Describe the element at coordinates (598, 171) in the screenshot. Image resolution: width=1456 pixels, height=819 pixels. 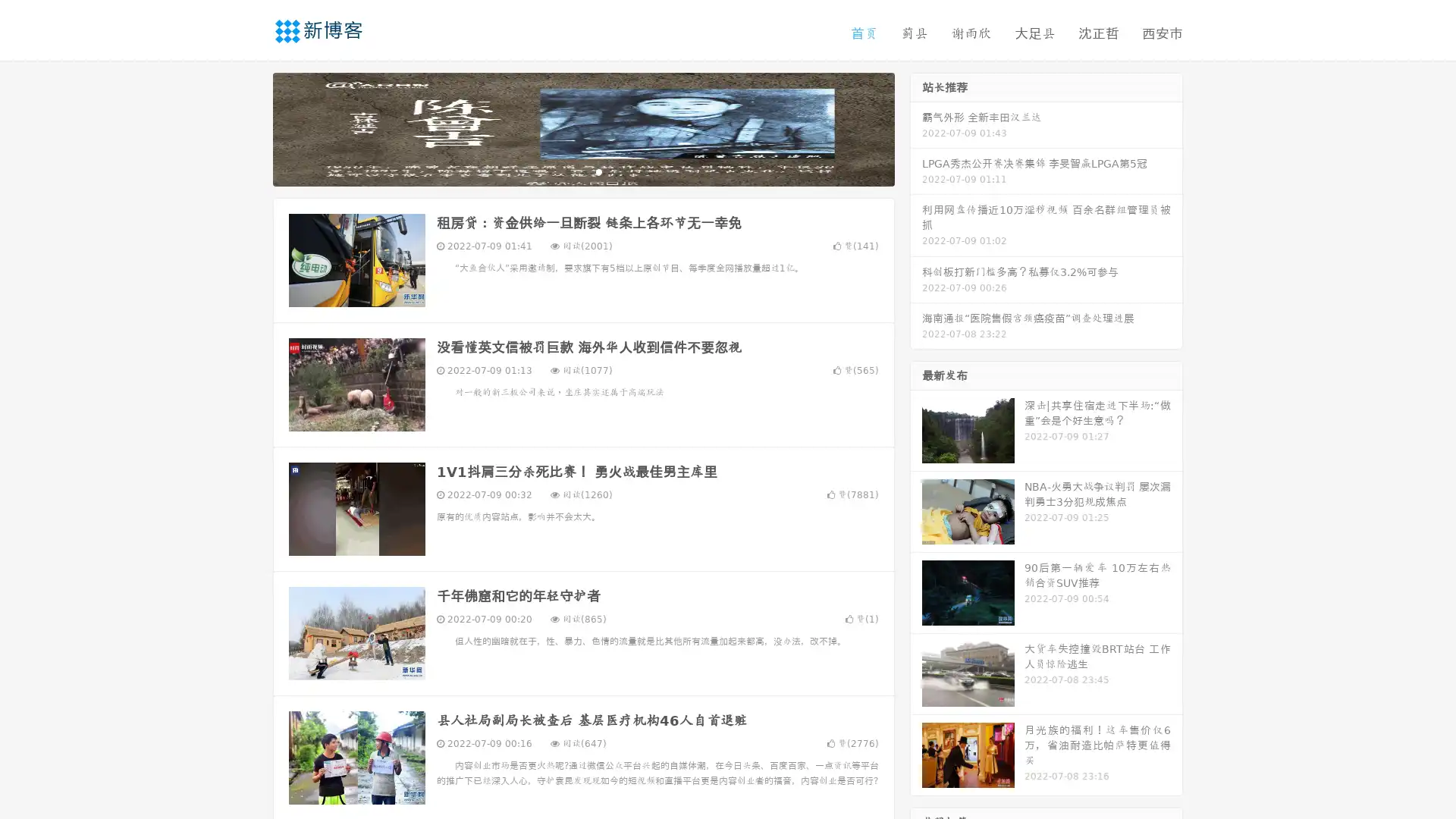
I see `Go to slide 3` at that location.